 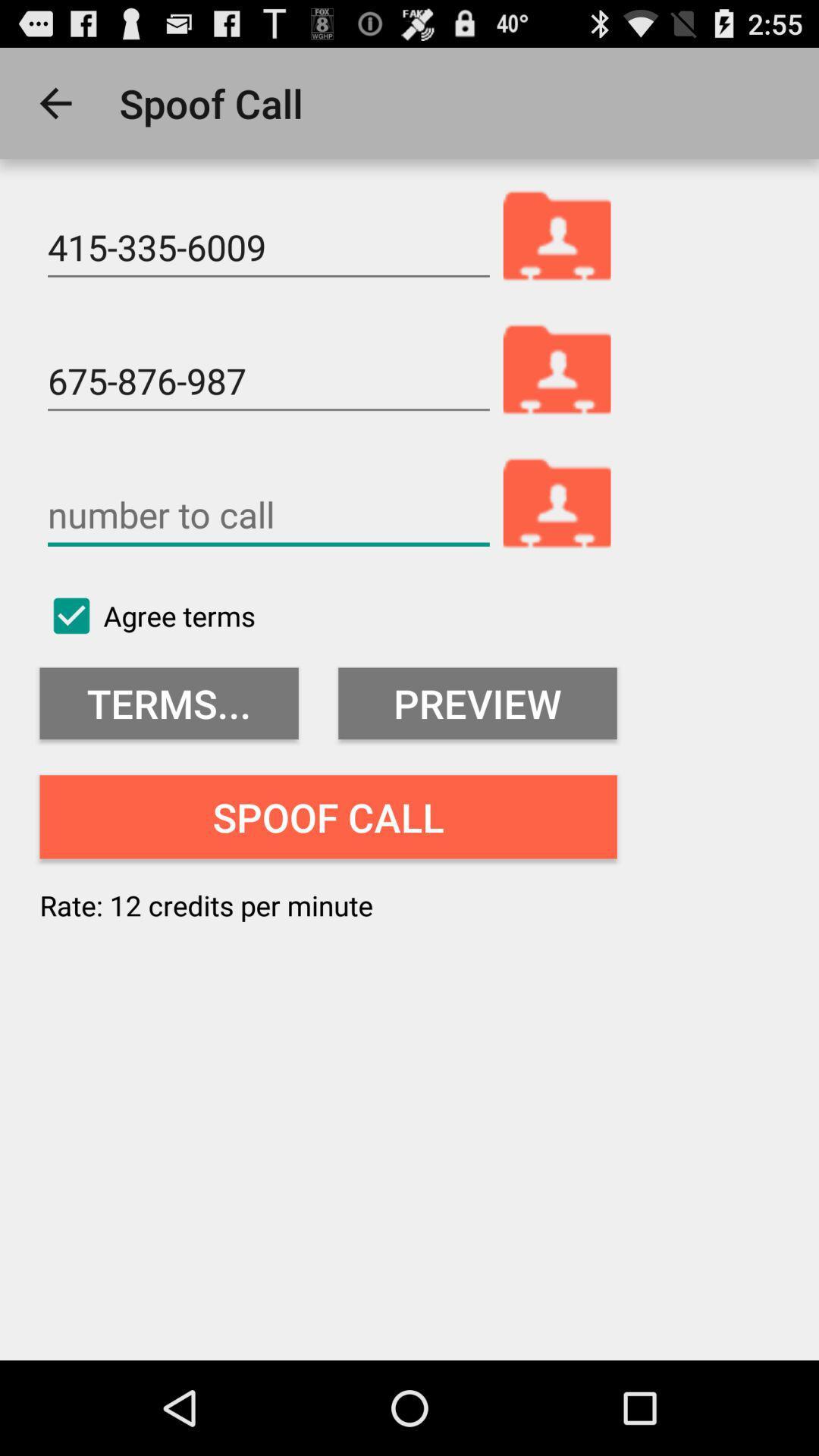 What do you see at coordinates (147, 616) in the screenshot?
I see `the icon above the terms... icon` at bounding box center [147, 616].